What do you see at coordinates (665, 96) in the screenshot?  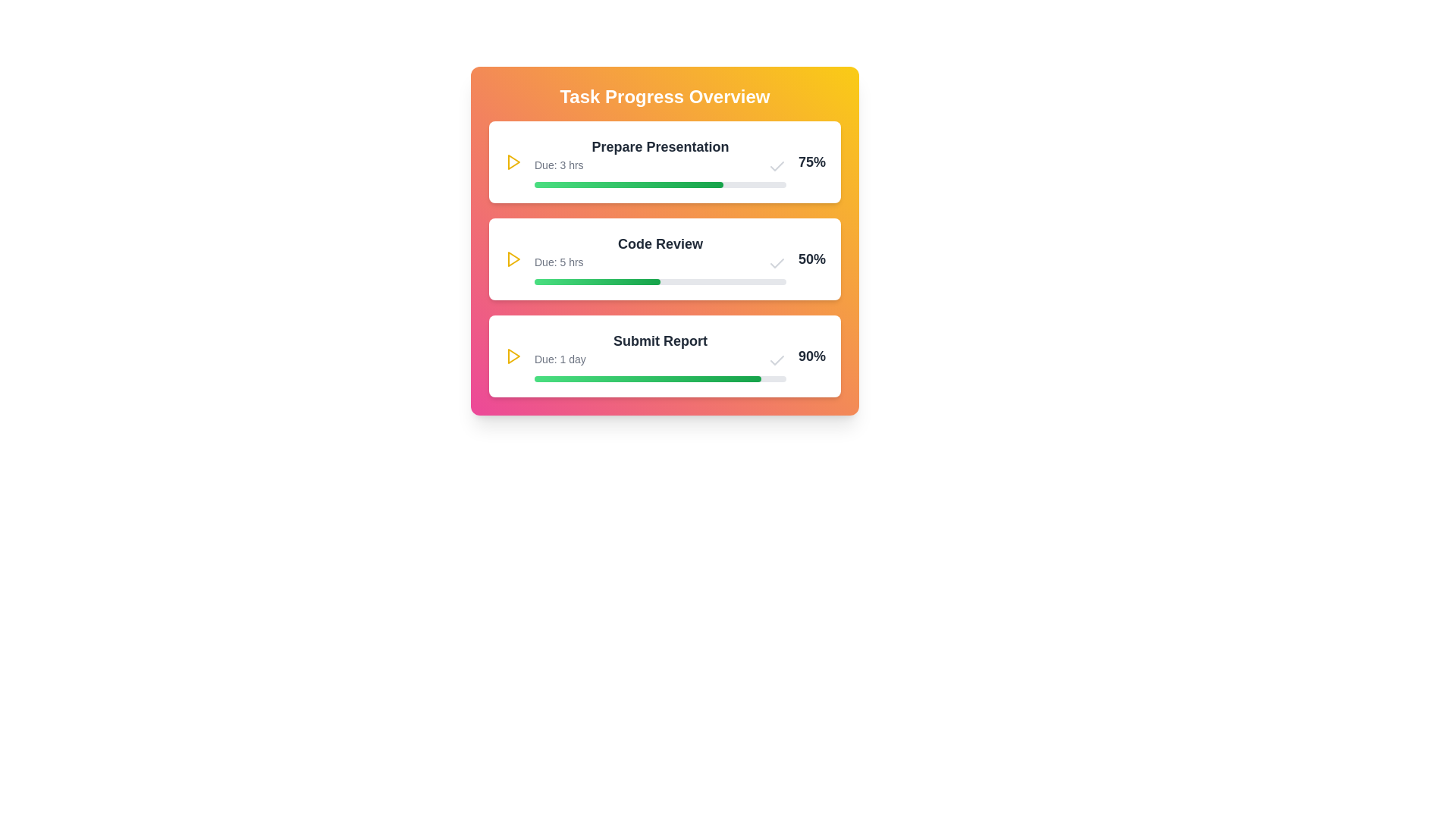 I see `large bold text block titled 'Task Progress Overview' that is centrally located at the top of the card layout` at bounding box center [665, 96].